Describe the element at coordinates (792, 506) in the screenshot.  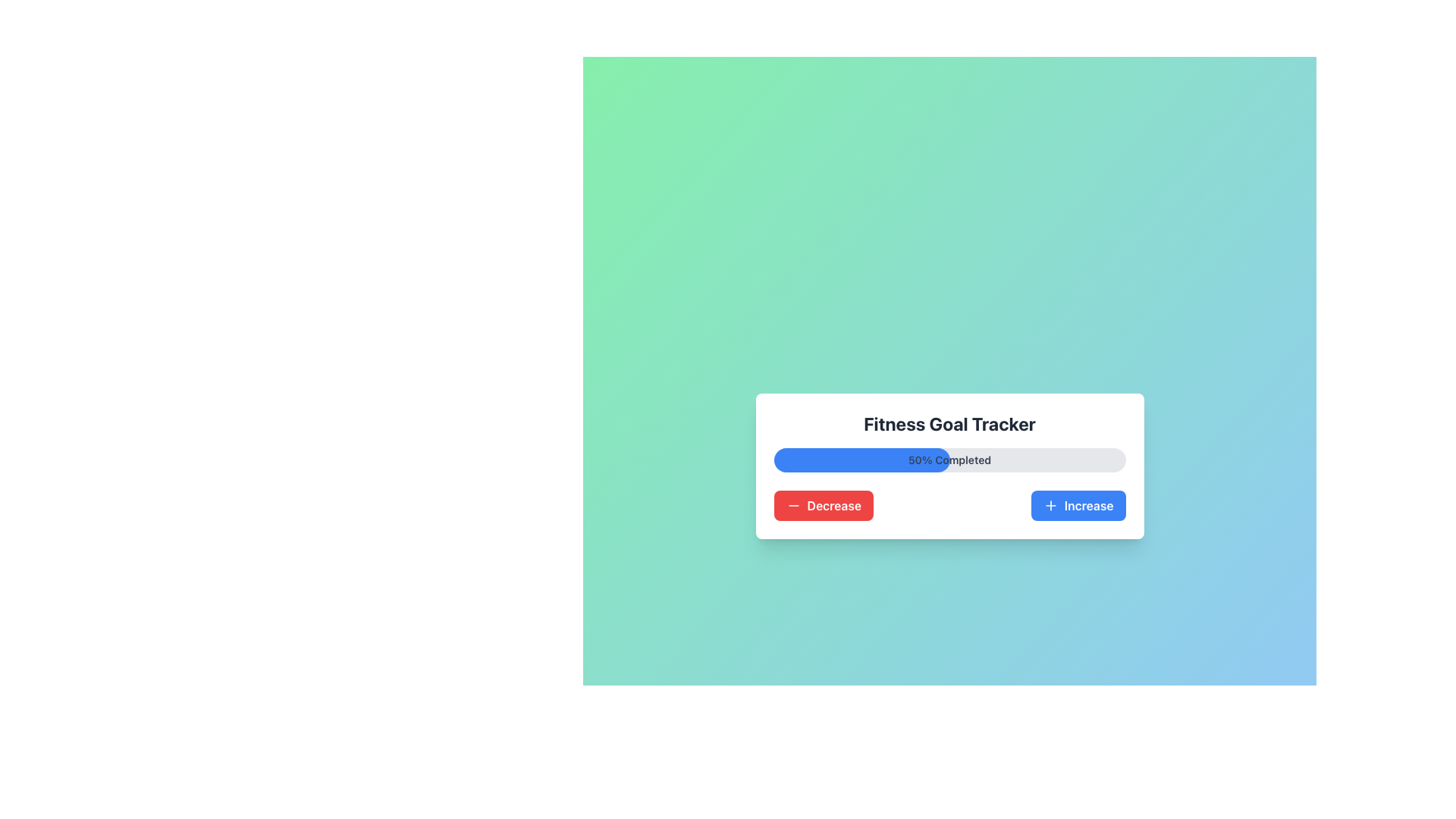
I see `the icon representing a decrease or subtraction action located at the center of the left button labeled 'Decrease', positioned at the bottom-left of the interface near the 'Increase' button` at that location.